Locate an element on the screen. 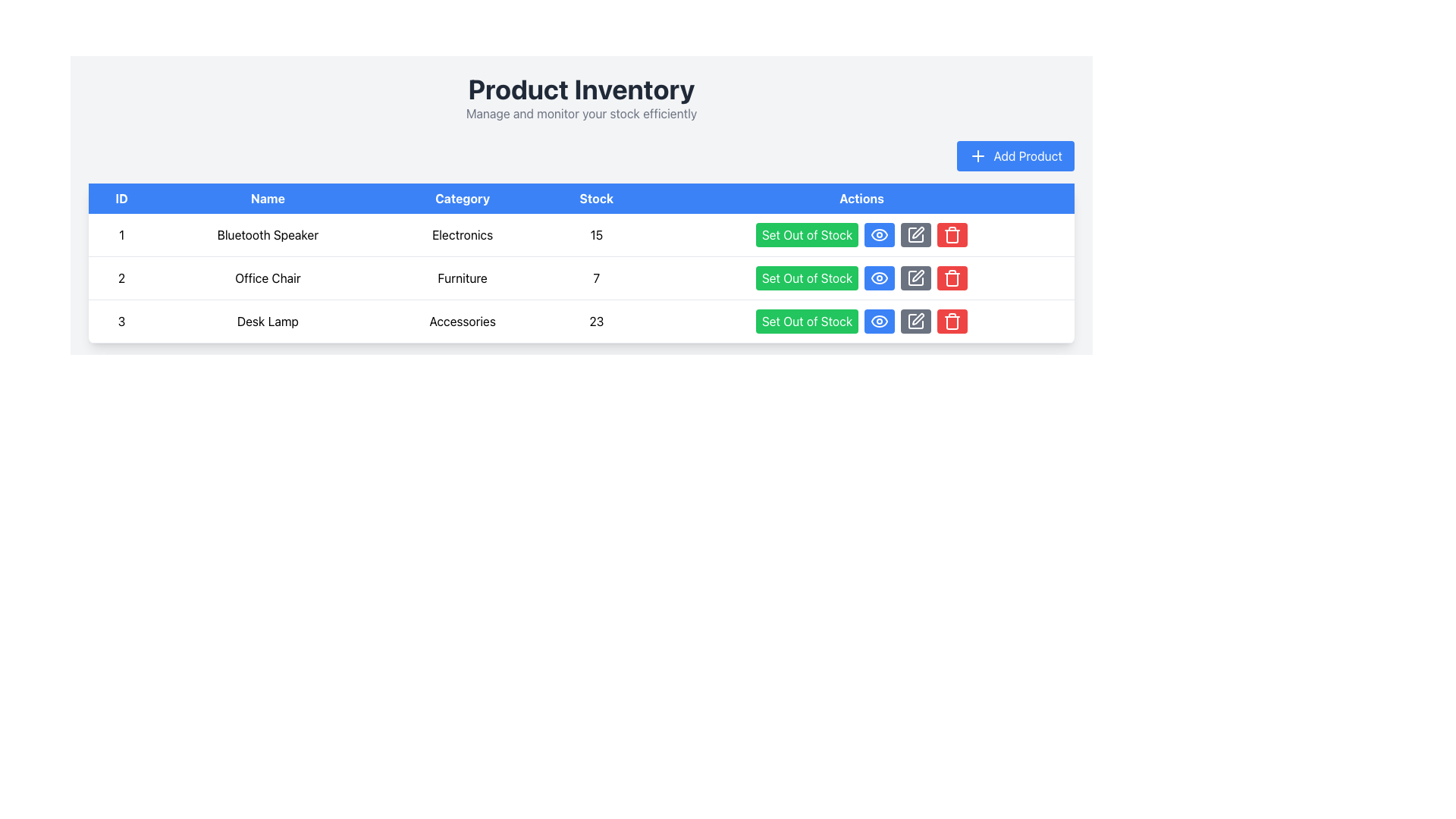  the pencil icon in the Actions column of the table, located in the third row for 'Desk Lamp', to initiate the editing function is located at coordinates (918, 318).